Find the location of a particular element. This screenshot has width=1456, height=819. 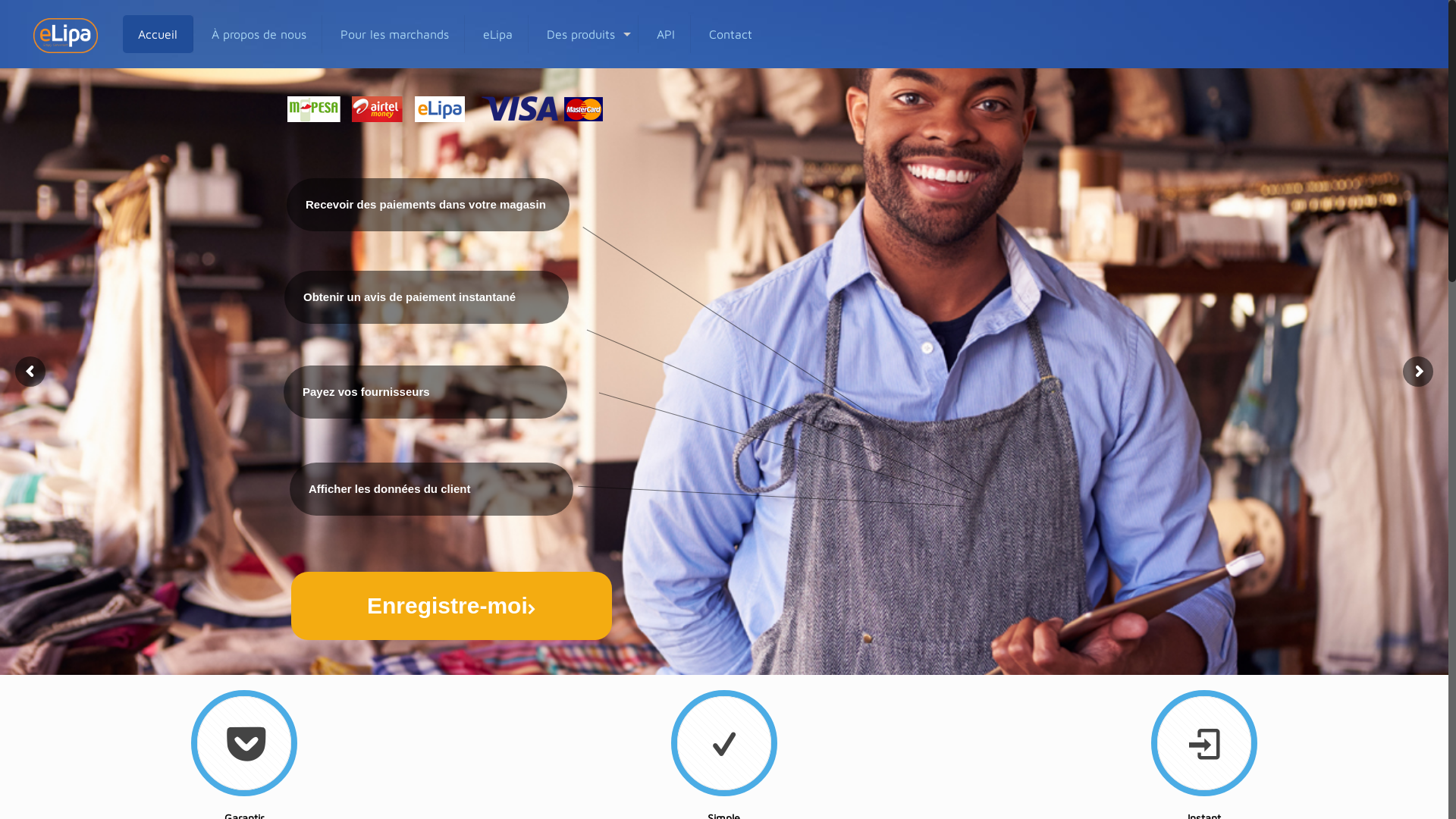

'eLipa' is located at coordinates (498, 34).